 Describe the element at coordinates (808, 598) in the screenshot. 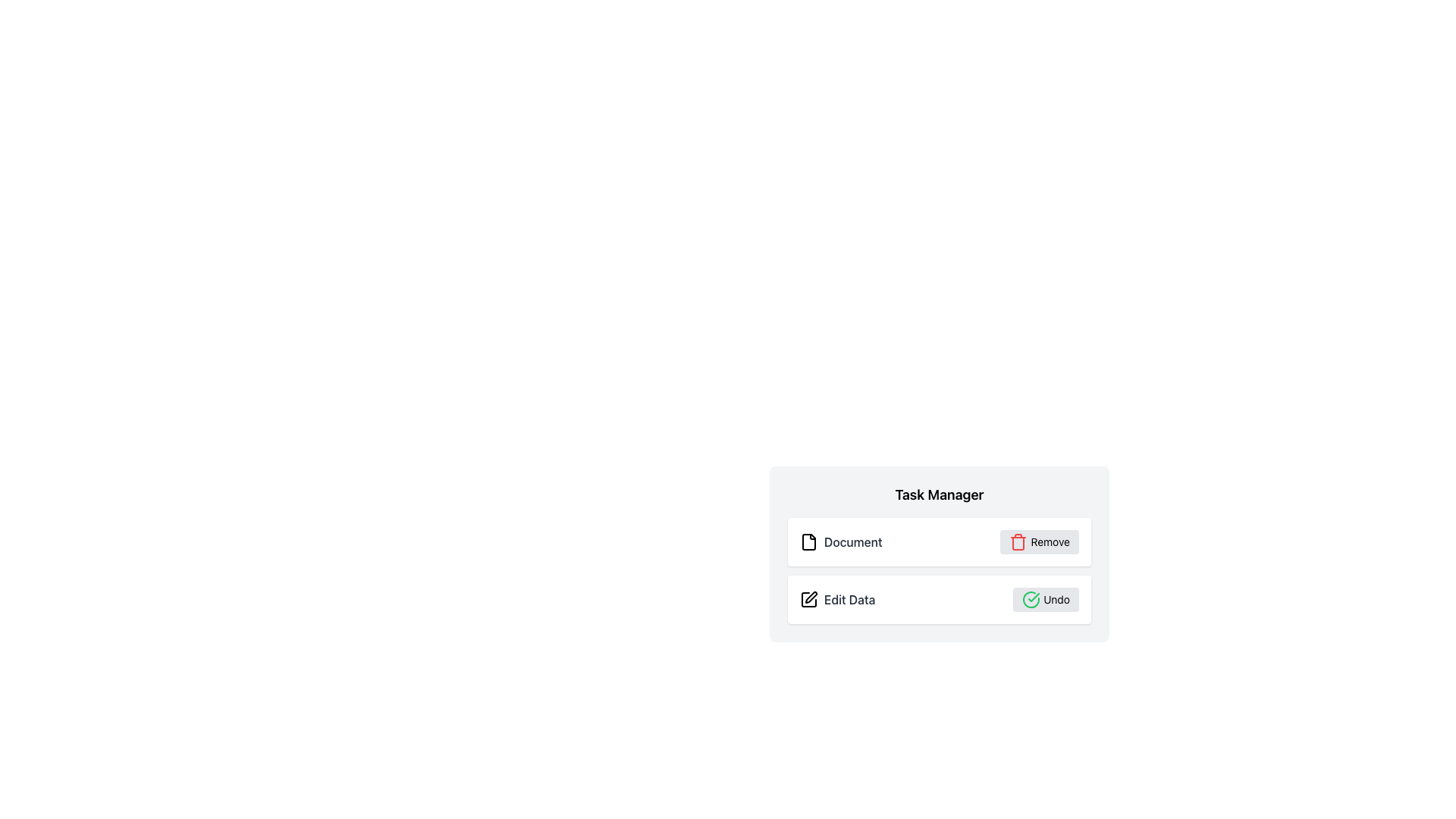

I see `the square-shaped icon with a pen symbol inside, located to the left of the 'Edit Data' label in the 'Task Manager' section` at that location.